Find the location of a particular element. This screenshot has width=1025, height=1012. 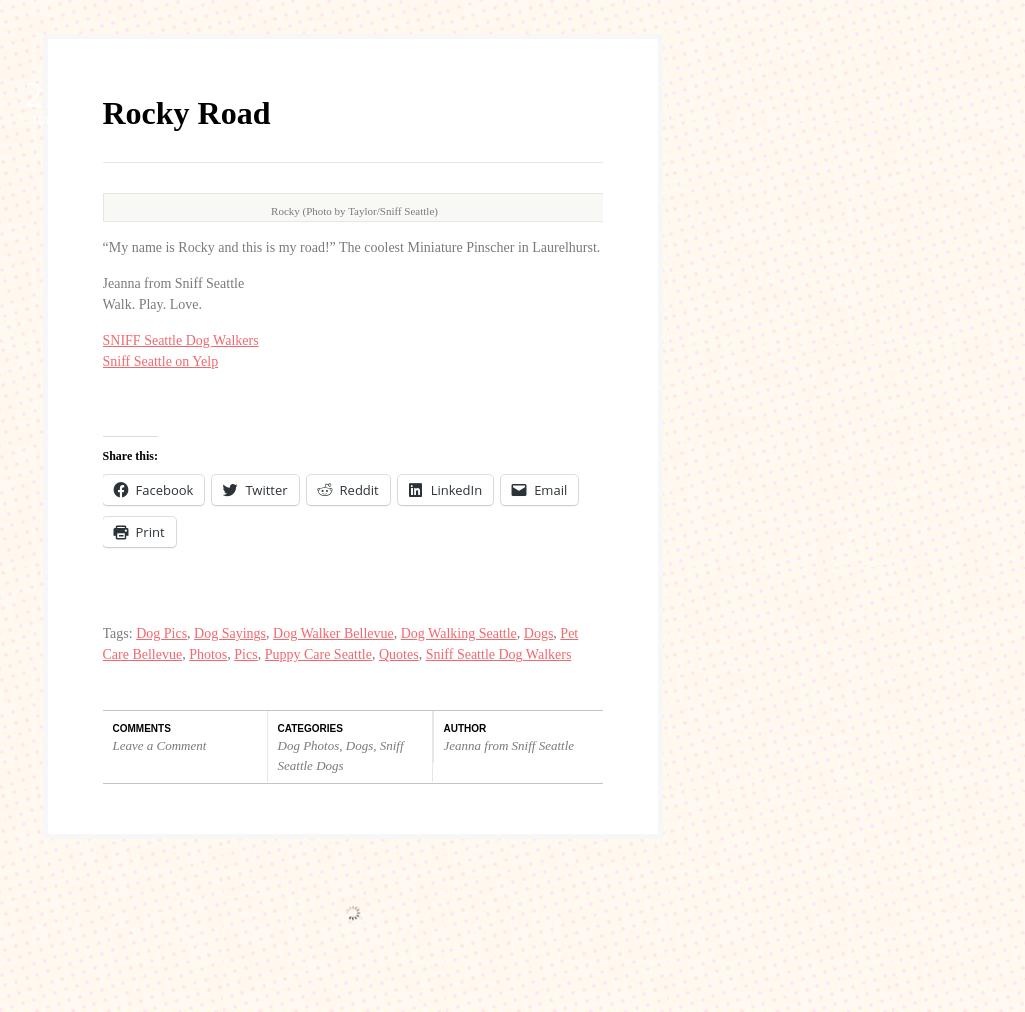

'Puppy Care Seattle' is located at coordinates (317, 278).